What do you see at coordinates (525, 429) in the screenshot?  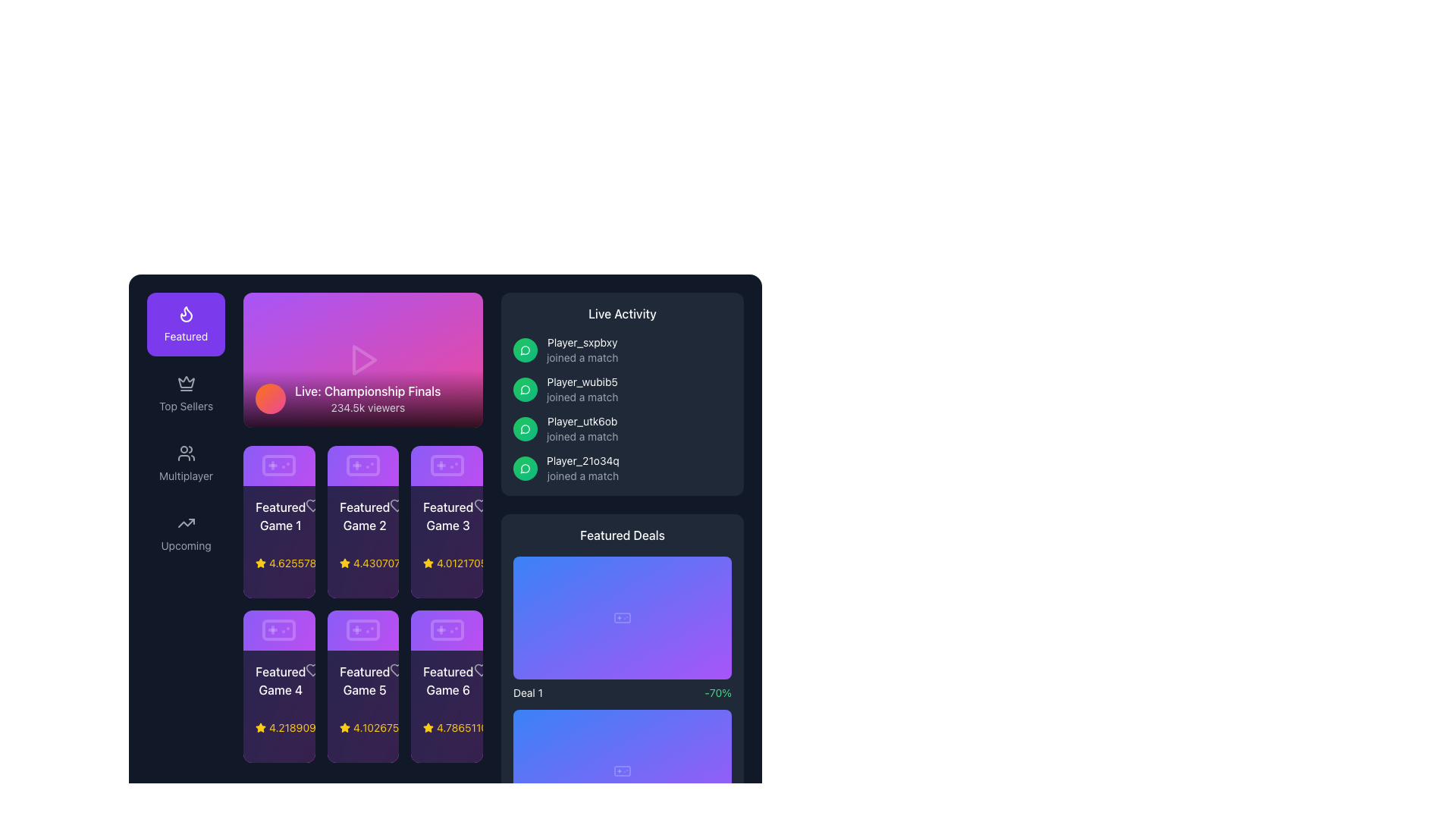 I see `the green circular icon with a speech bubble outline located in the 'Live Activity' section, which is the third icon in a vertical list` at bounding box center [525, 429].